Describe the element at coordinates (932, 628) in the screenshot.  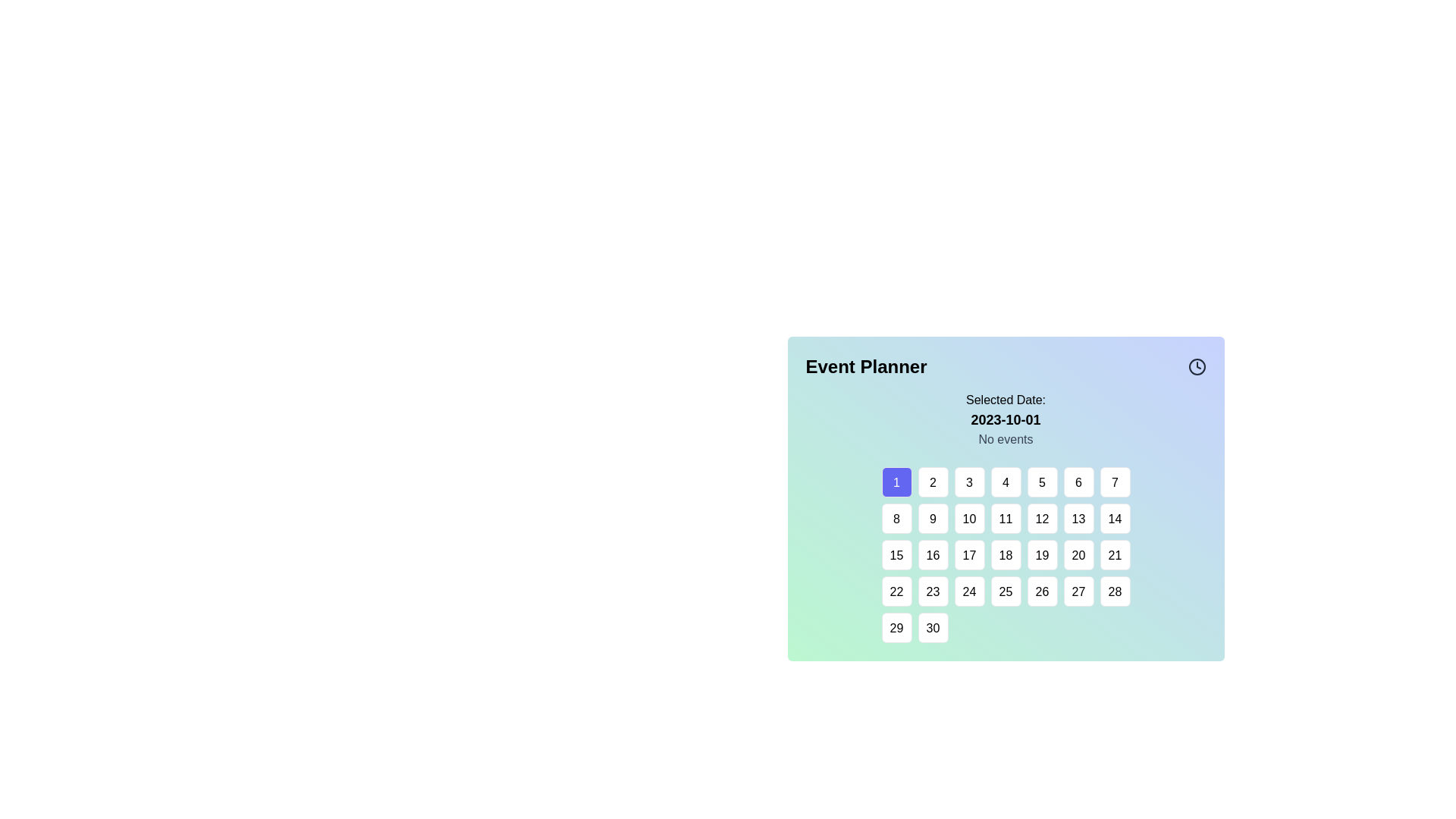
I see `the button representing day '30' on the calendar located in the sixth row and second column of the grid` at that location.